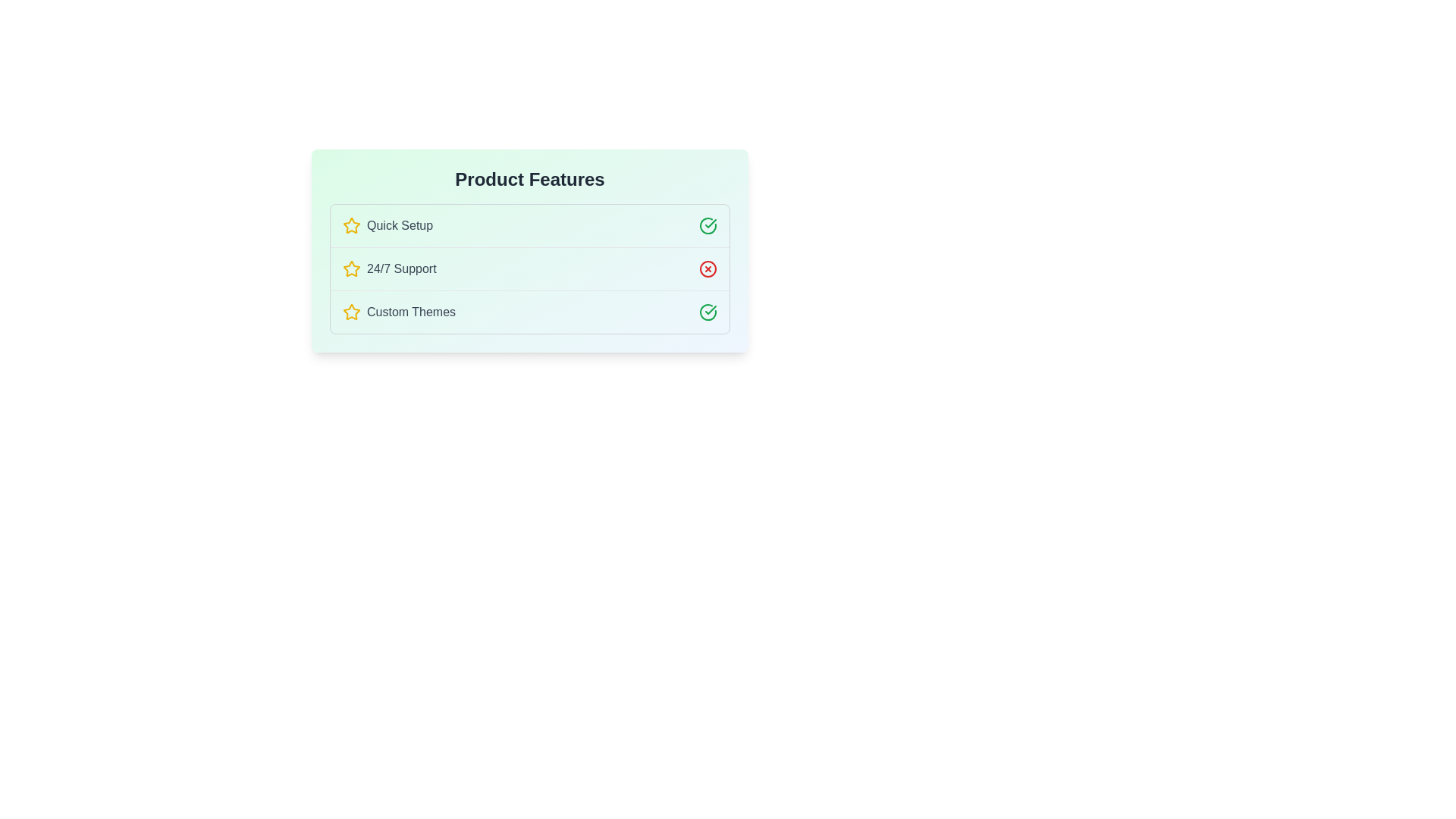 The width and height of the screenshot is (1456, 819). What do you see at coordinates (530, 225) in the screenshot?
I see `the list item corresponding to Quick Setup` at bounding box center [530, 225].